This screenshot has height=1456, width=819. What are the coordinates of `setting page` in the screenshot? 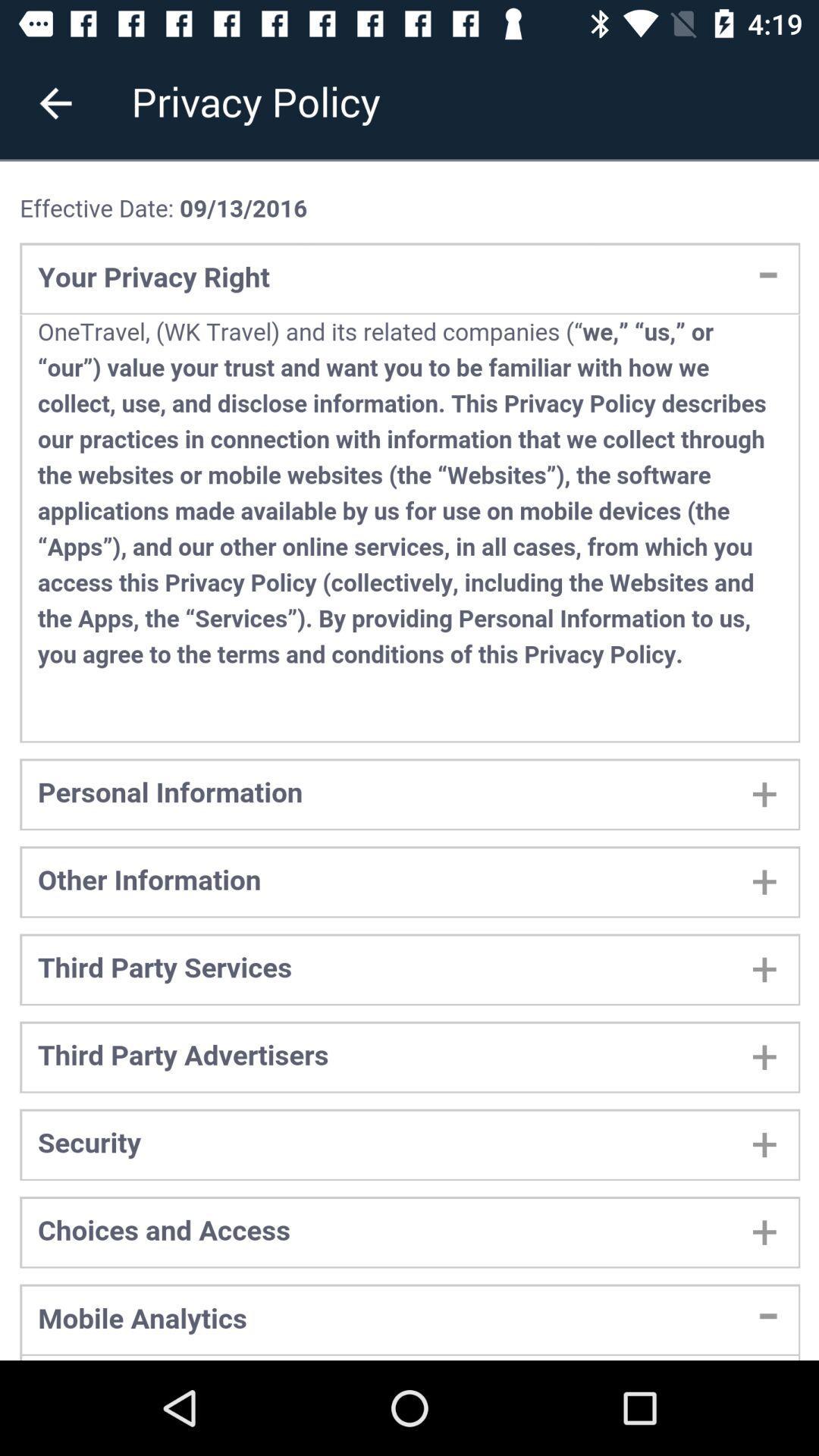 It's located at (409, 761).